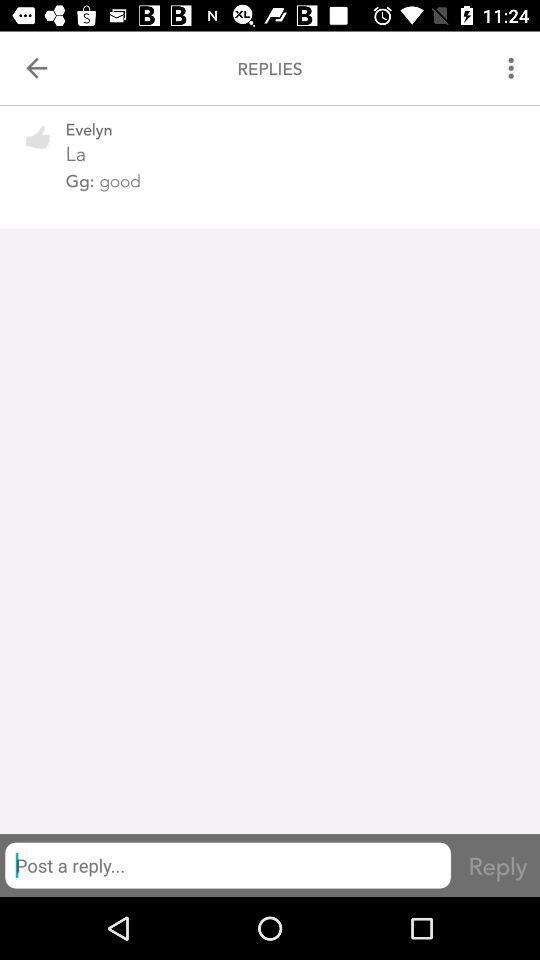 This screenshot has height=960, width=540. What do you see at coordinates (36, 68) in the screenshot?
I see `item to the left of replies` at bounding box center [36, 68].